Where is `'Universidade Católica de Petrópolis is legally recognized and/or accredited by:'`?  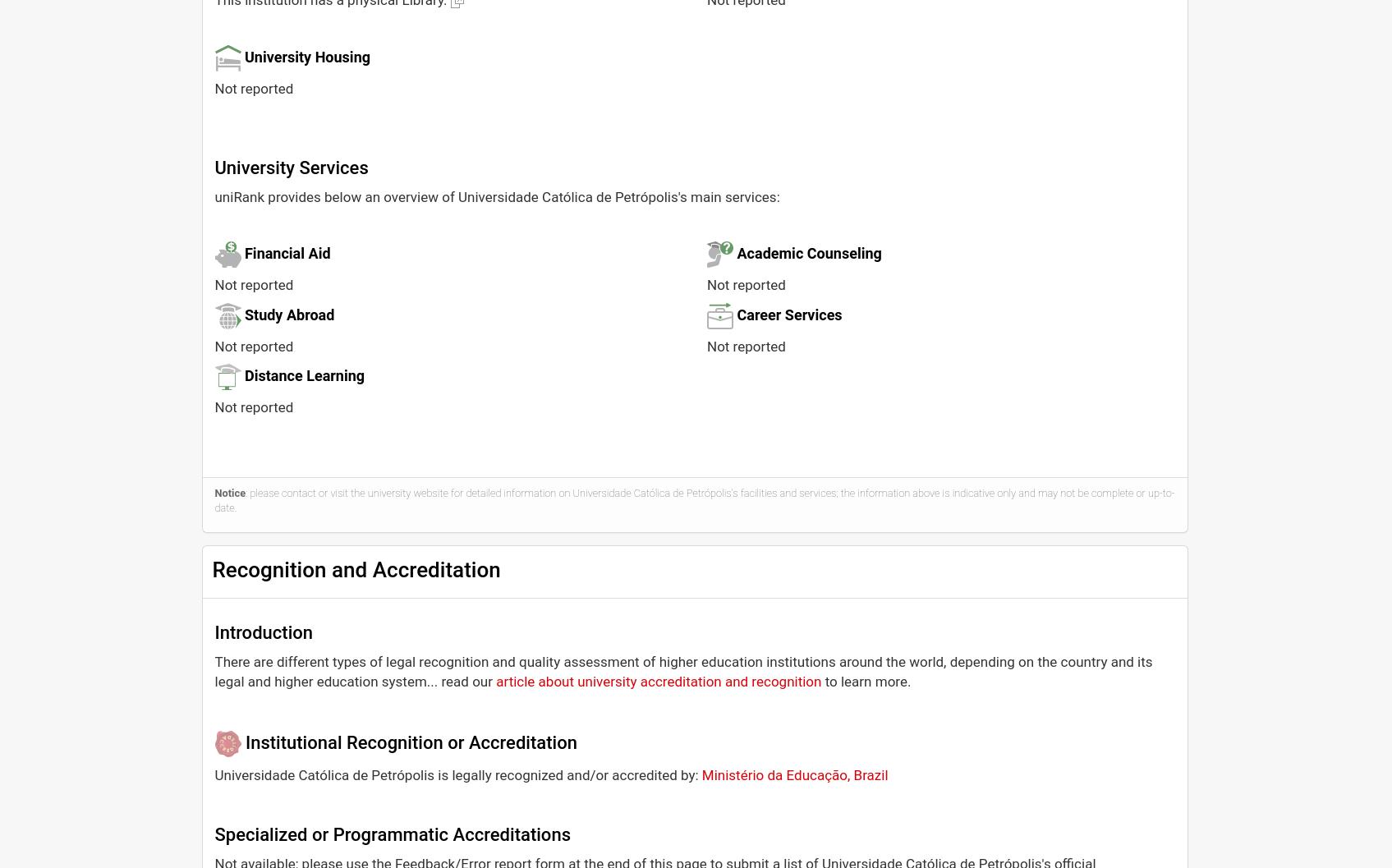
'Universidade Católica de Petrópolis is legally recognized and/or accredited by:' is located at coordinates (457, 775).